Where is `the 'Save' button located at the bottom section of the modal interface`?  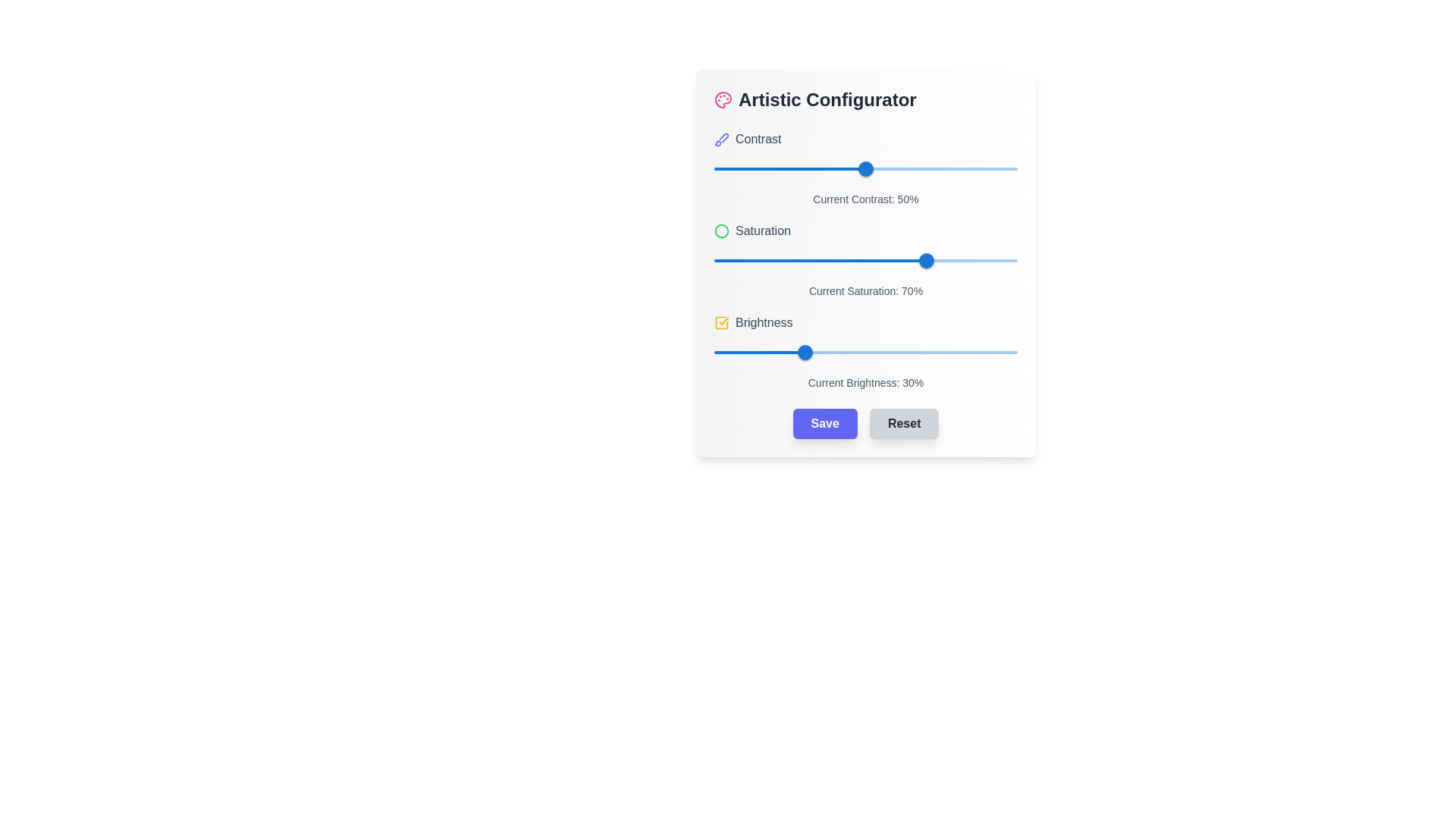
the 'Save' button located at the bottom section of the modal interface is located at coordinates (824, 424).